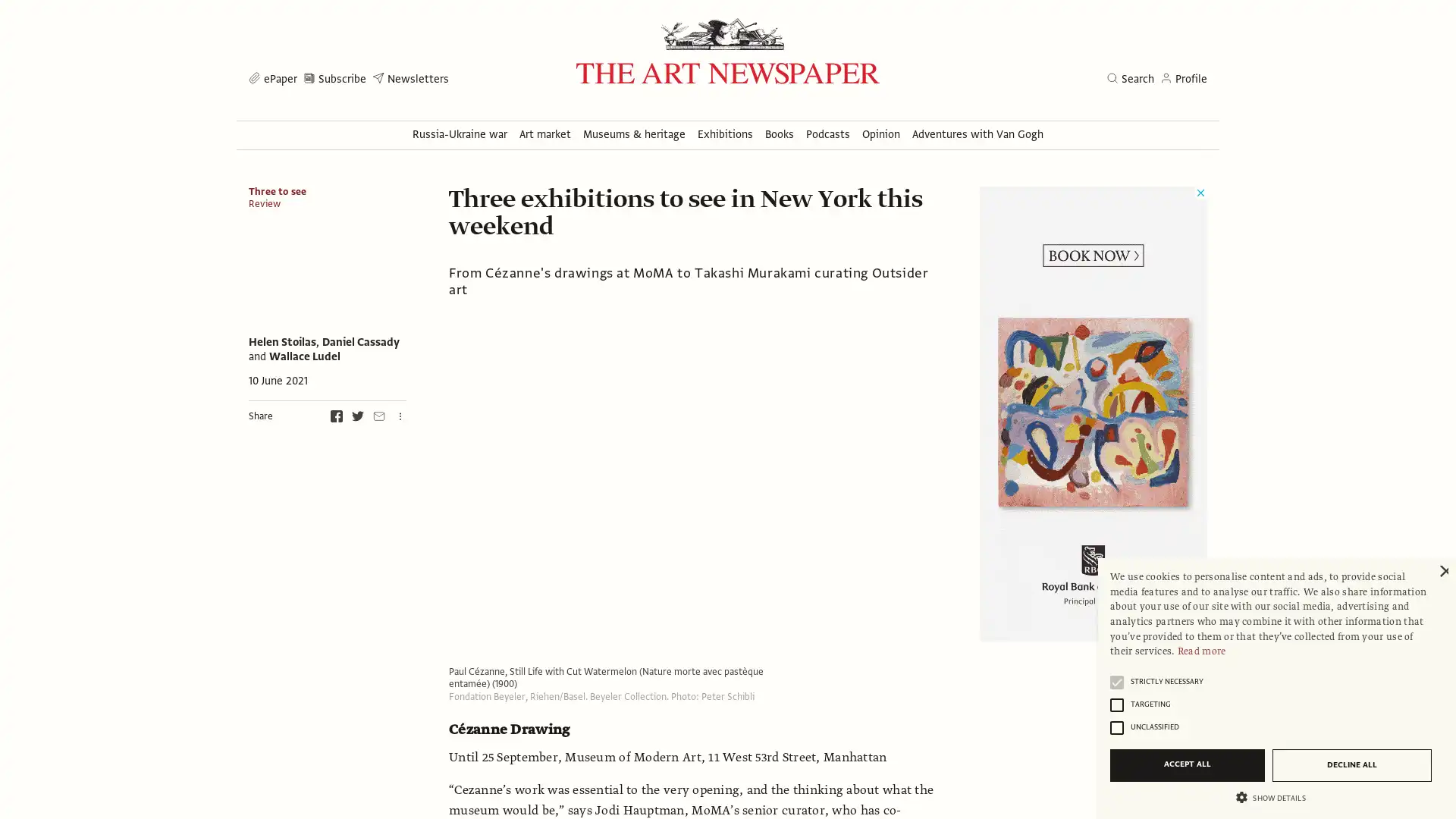  I want to click on SHOW DETAILS, so click(1270, 795).